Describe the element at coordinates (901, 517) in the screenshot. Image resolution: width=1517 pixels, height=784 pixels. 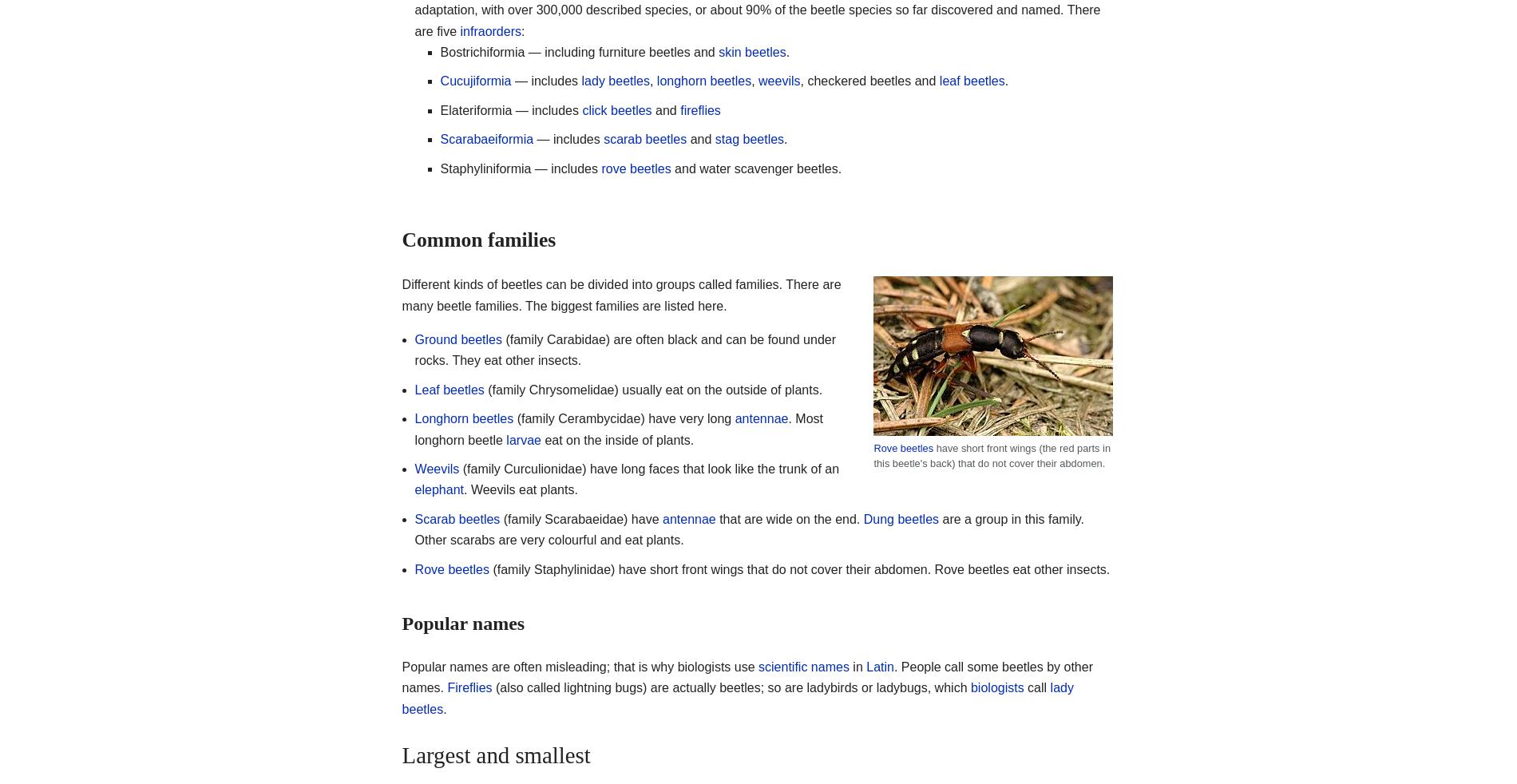
I see `'Dung beetles'` at that location.